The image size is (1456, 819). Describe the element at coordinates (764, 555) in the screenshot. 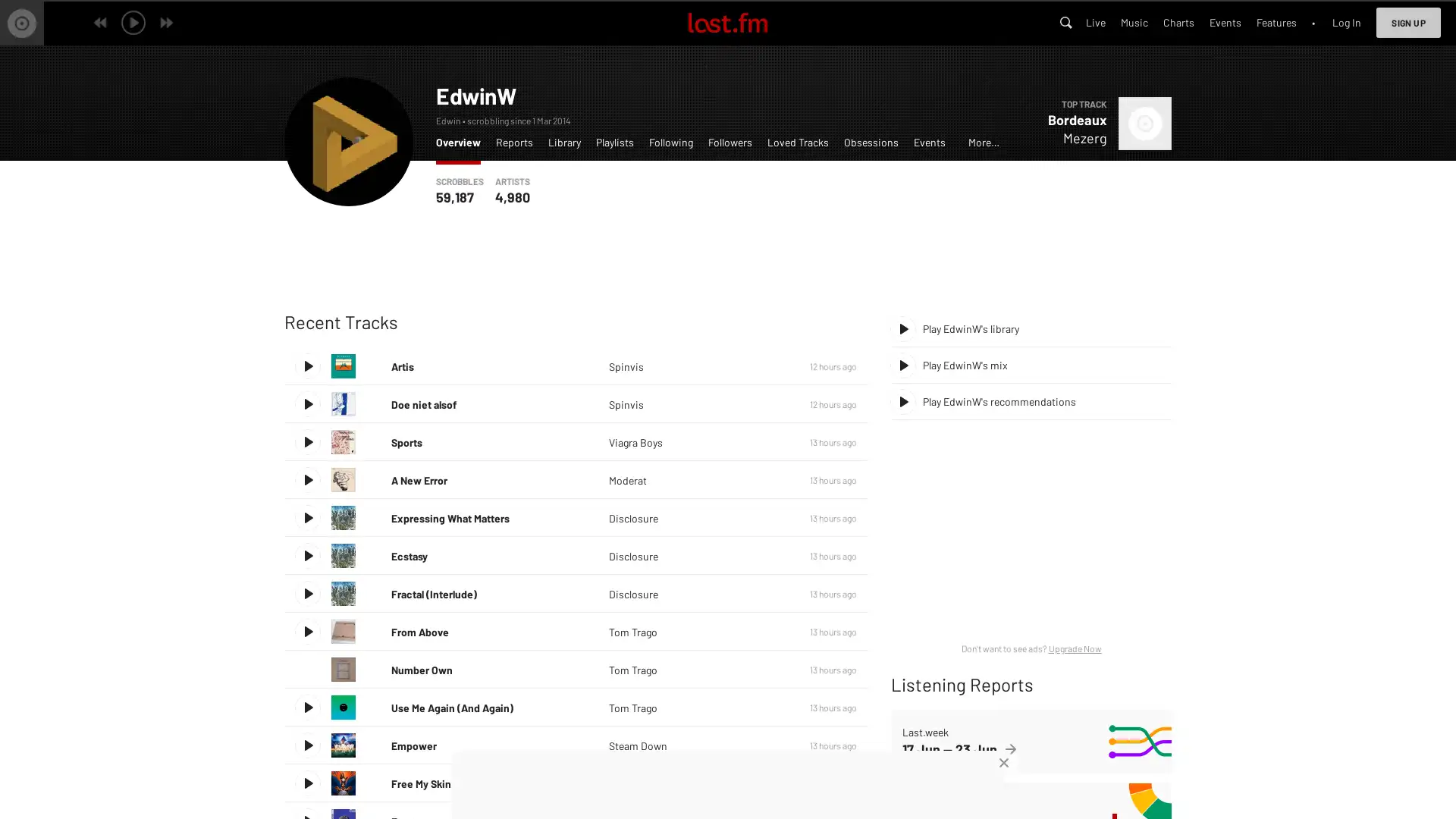

I see `More` at that location.